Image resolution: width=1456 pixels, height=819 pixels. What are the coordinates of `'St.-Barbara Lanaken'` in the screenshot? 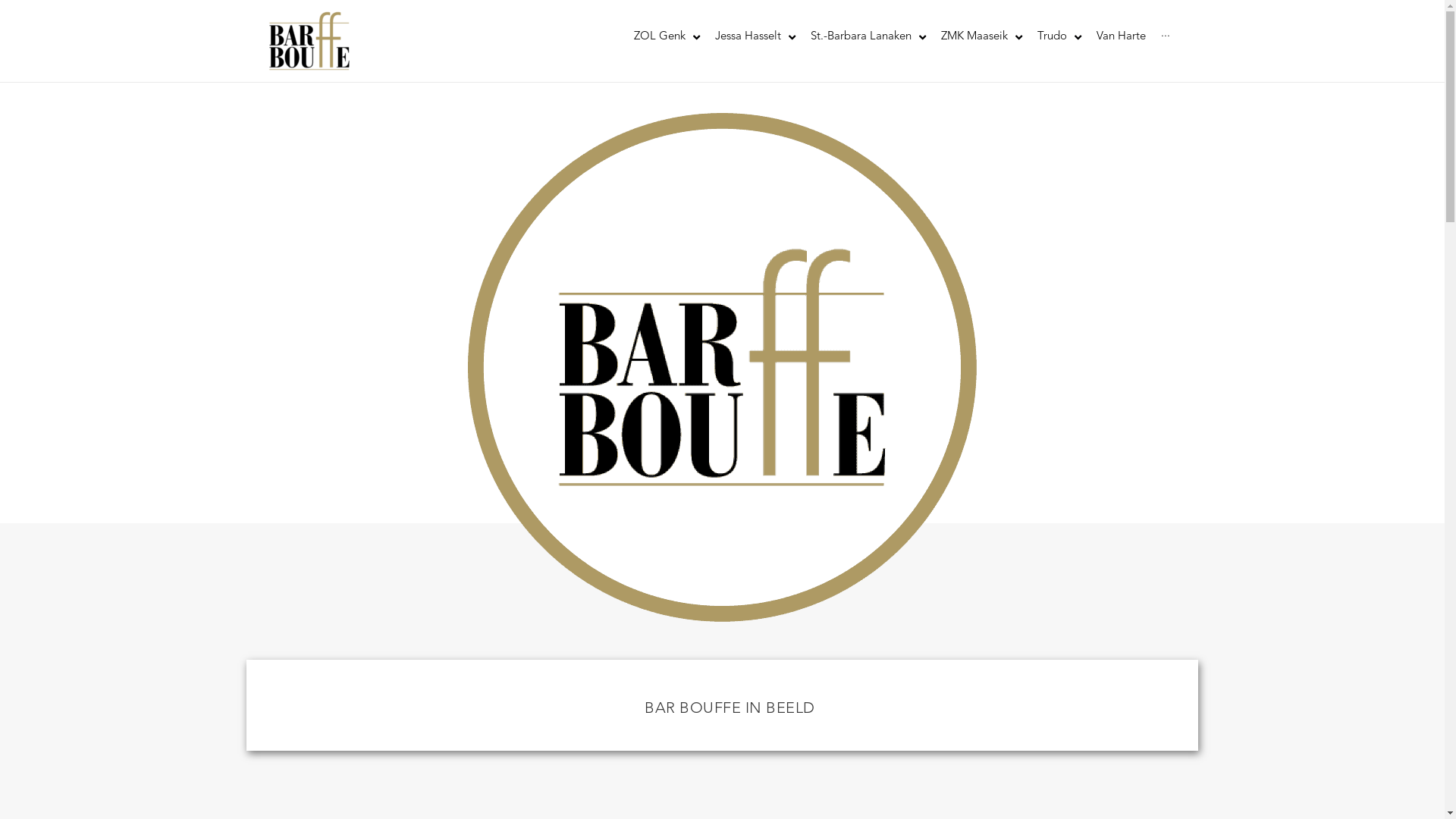 It's located at (801, 36).